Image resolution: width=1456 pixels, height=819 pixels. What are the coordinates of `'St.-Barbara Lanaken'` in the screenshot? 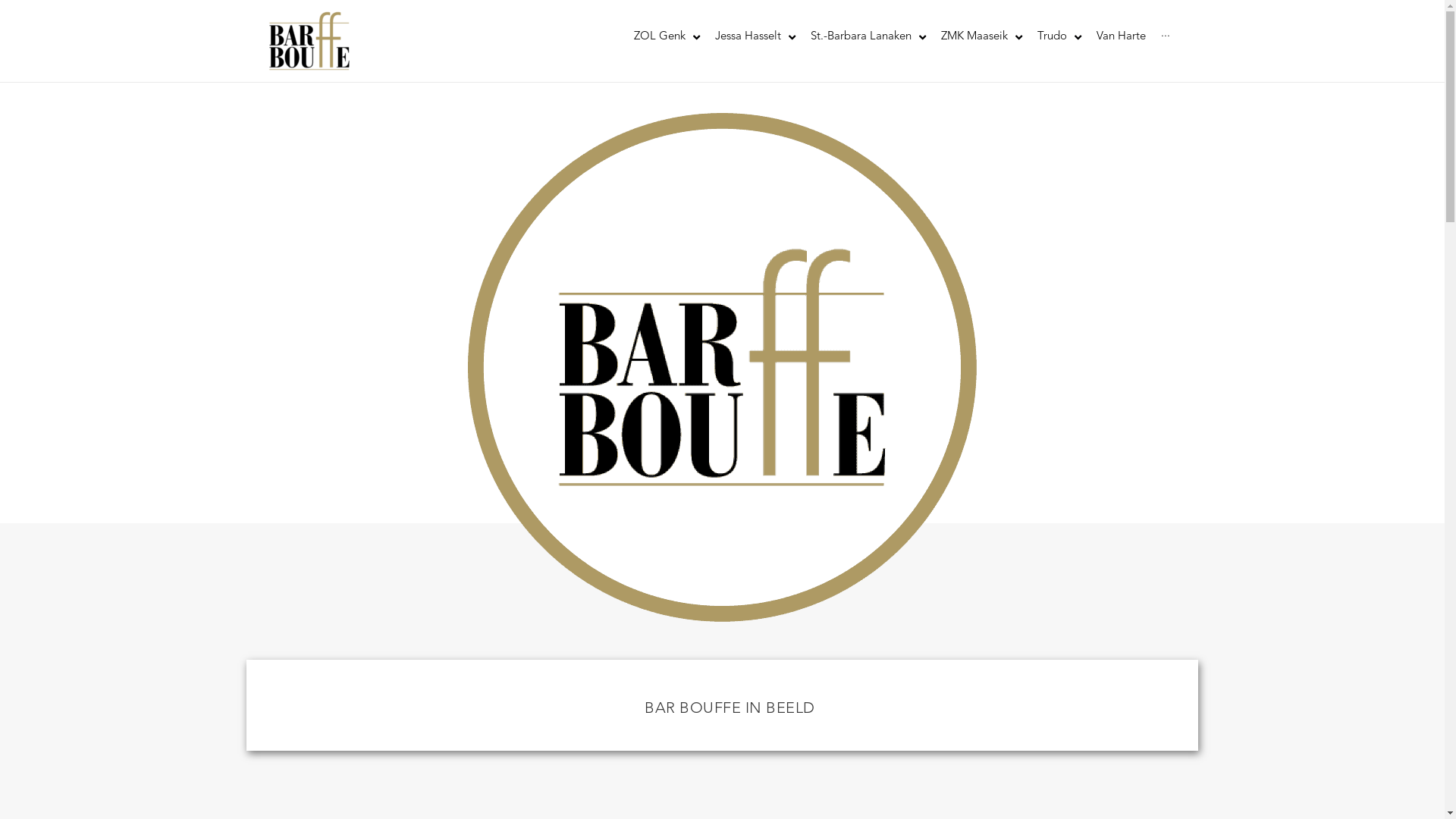 It's located at (801, 36).